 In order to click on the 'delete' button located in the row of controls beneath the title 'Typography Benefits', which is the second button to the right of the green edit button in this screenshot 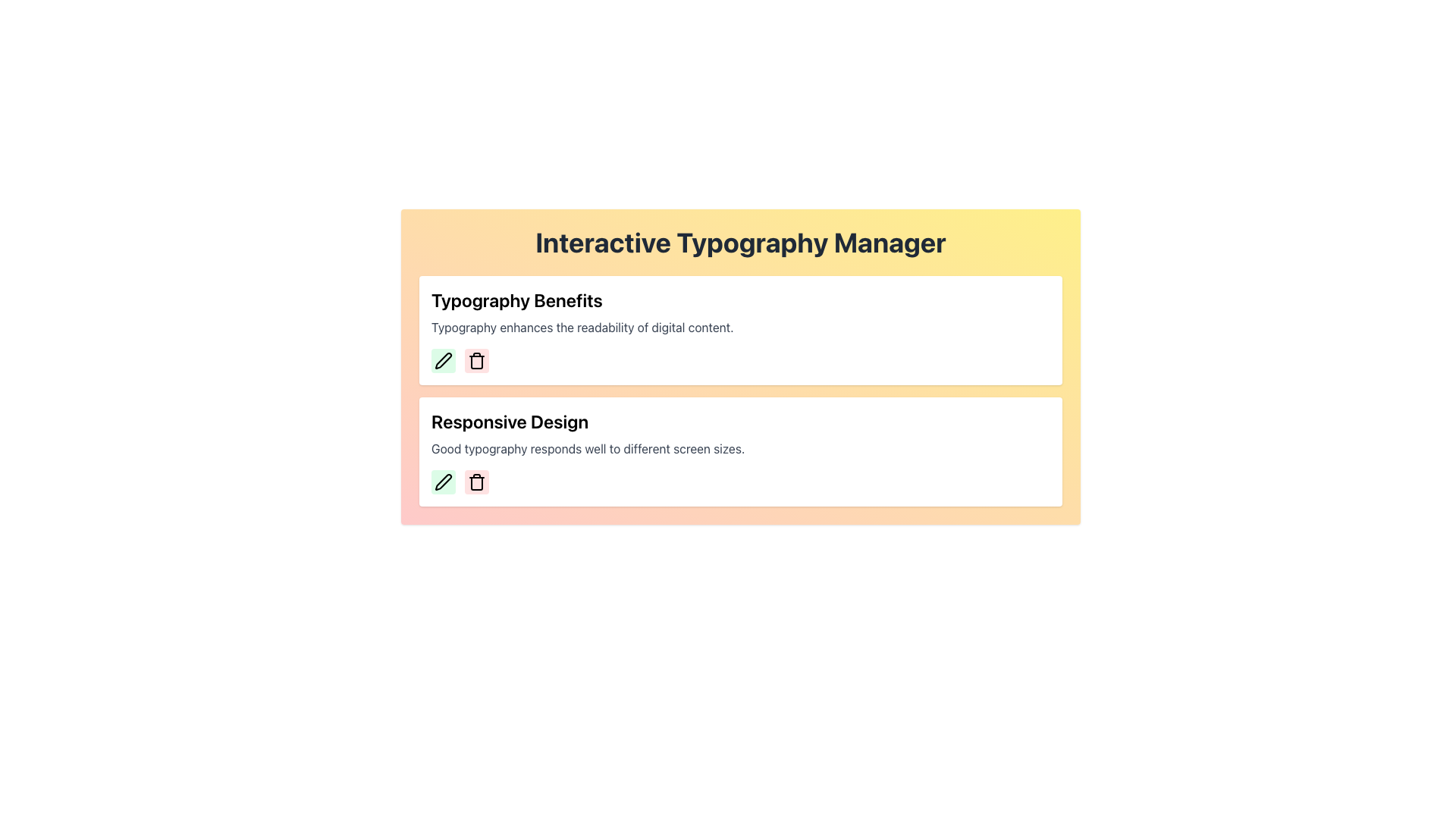, I will do `click(475, 360)`.